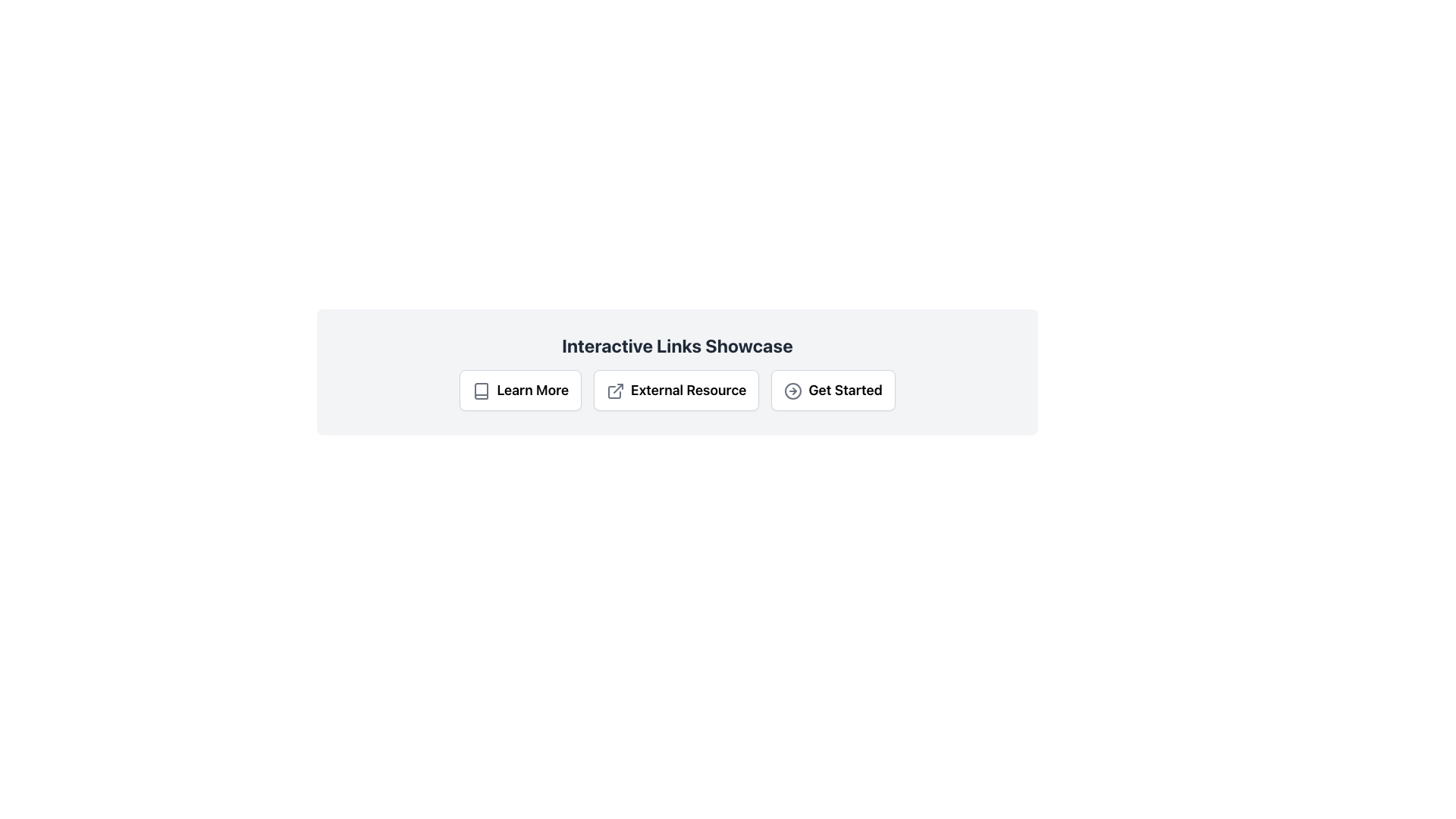 The image size is (1456, 819). I want to click on the 'Learn More' button icon that visually represents the button's purpose, located at the center of the interface, so click(481, 391).